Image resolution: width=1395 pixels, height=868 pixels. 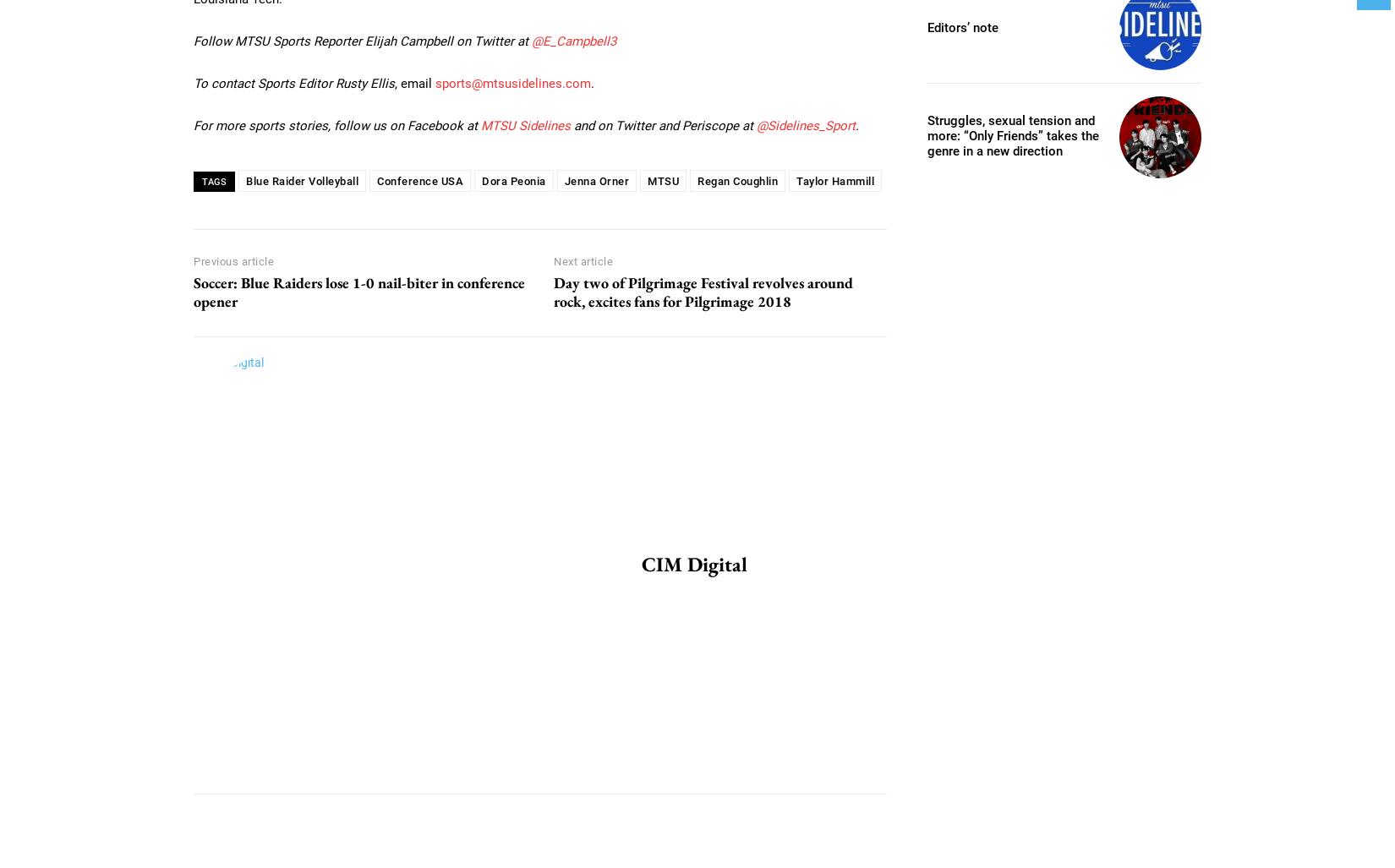 I want to click on ', email', so click(x=414, y=81).